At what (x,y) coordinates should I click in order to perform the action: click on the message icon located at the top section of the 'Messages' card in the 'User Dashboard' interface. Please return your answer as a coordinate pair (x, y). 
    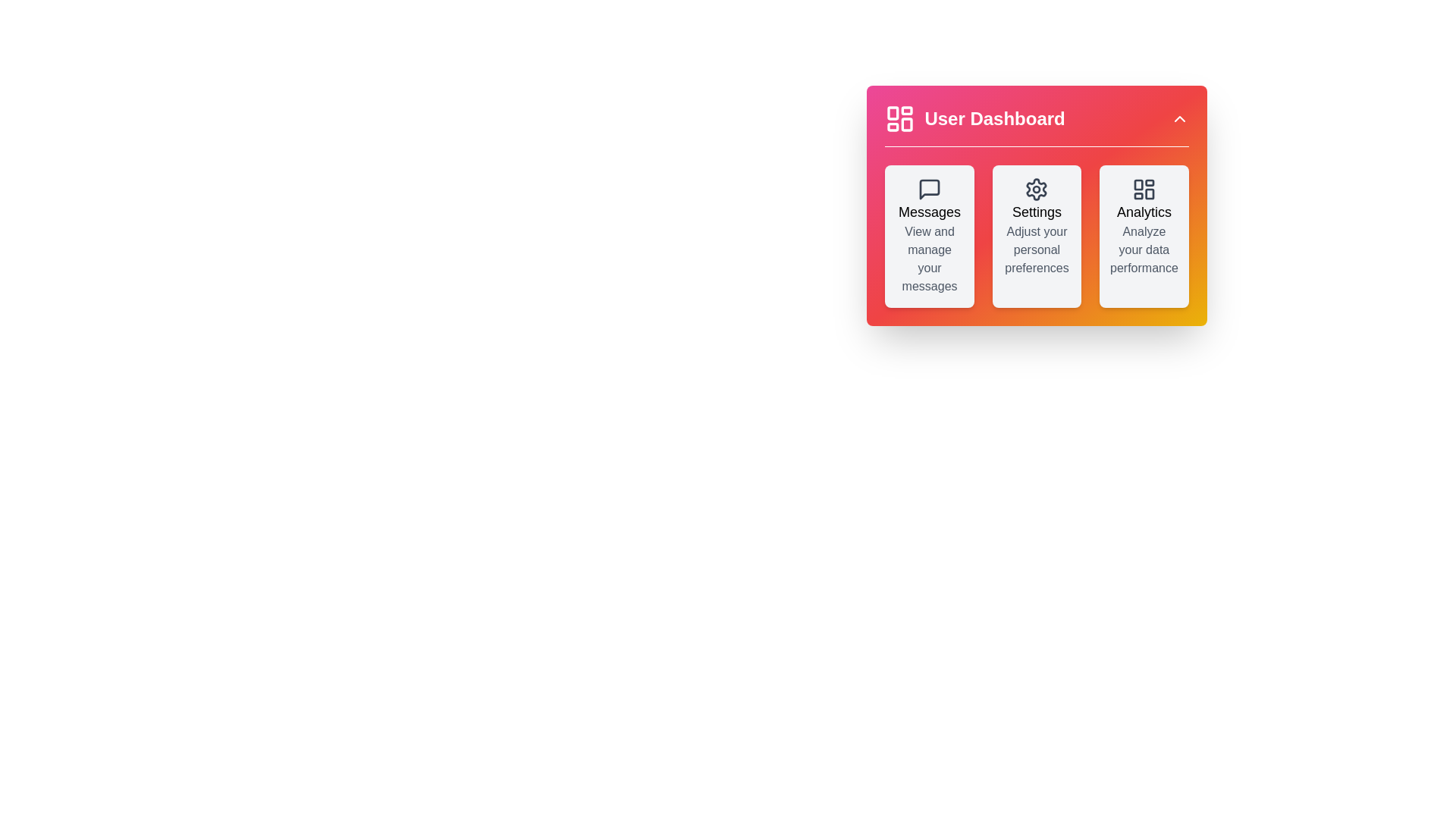
    Looking at the image, I should click on (929, 189).